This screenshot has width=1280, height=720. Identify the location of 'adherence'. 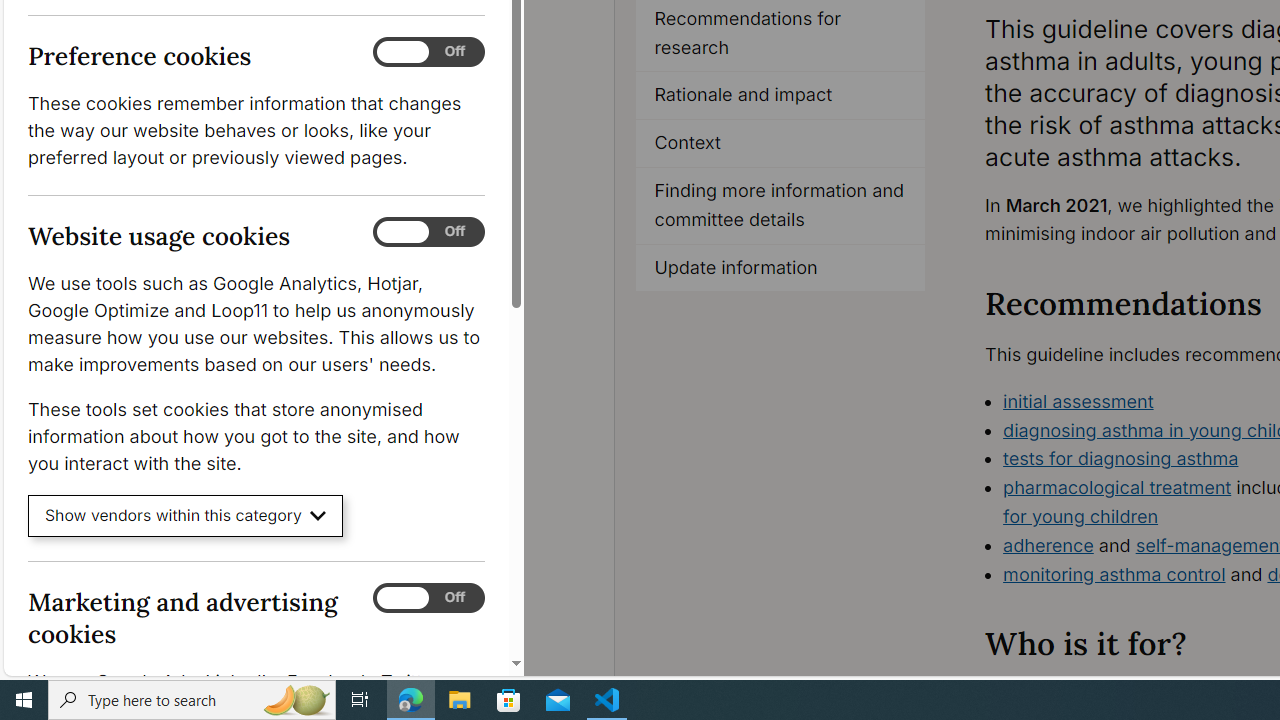
(1047, 545).